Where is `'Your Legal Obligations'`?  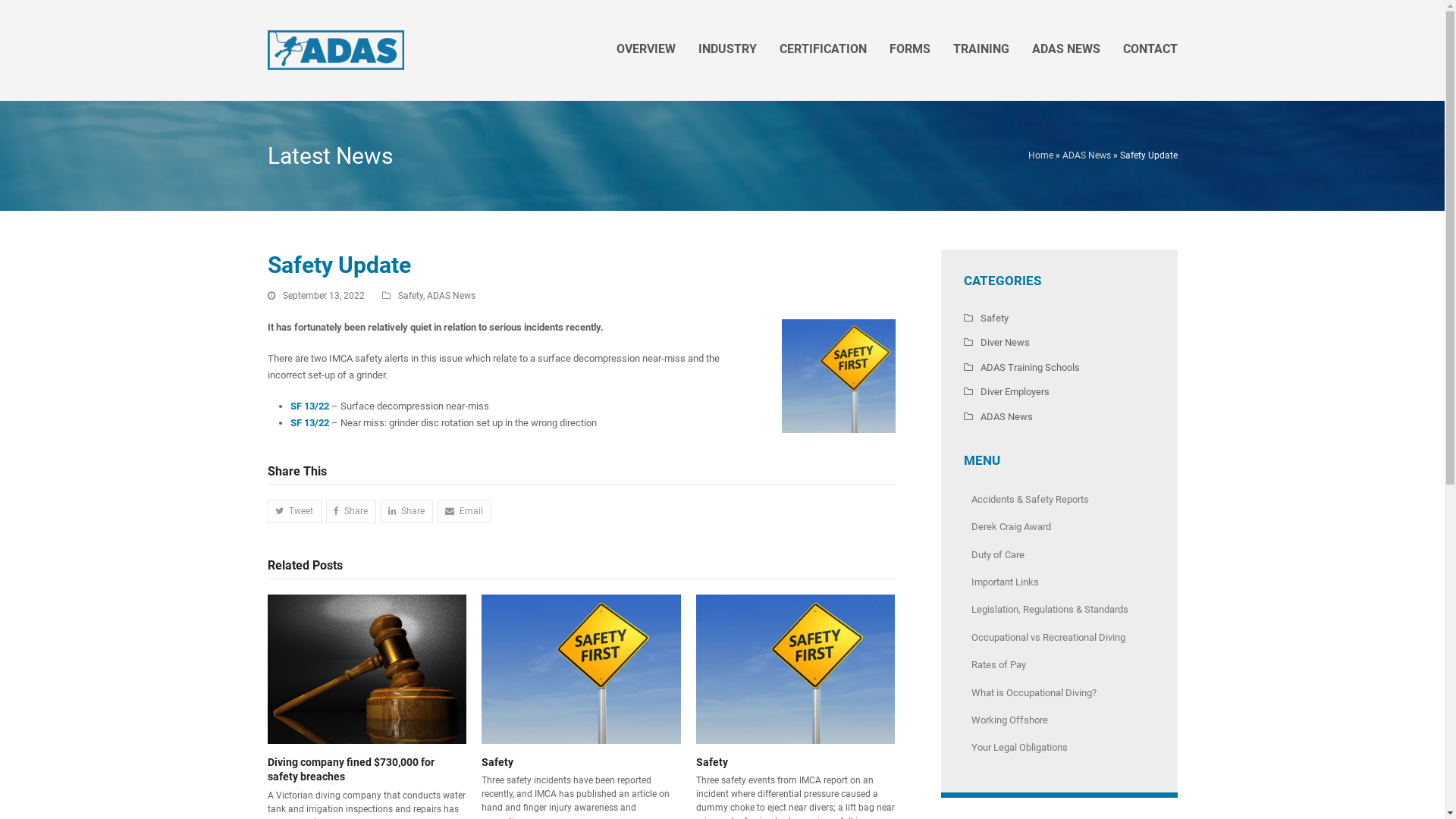
'Your Legal Obligations' is located at coordinates (1058, 747).